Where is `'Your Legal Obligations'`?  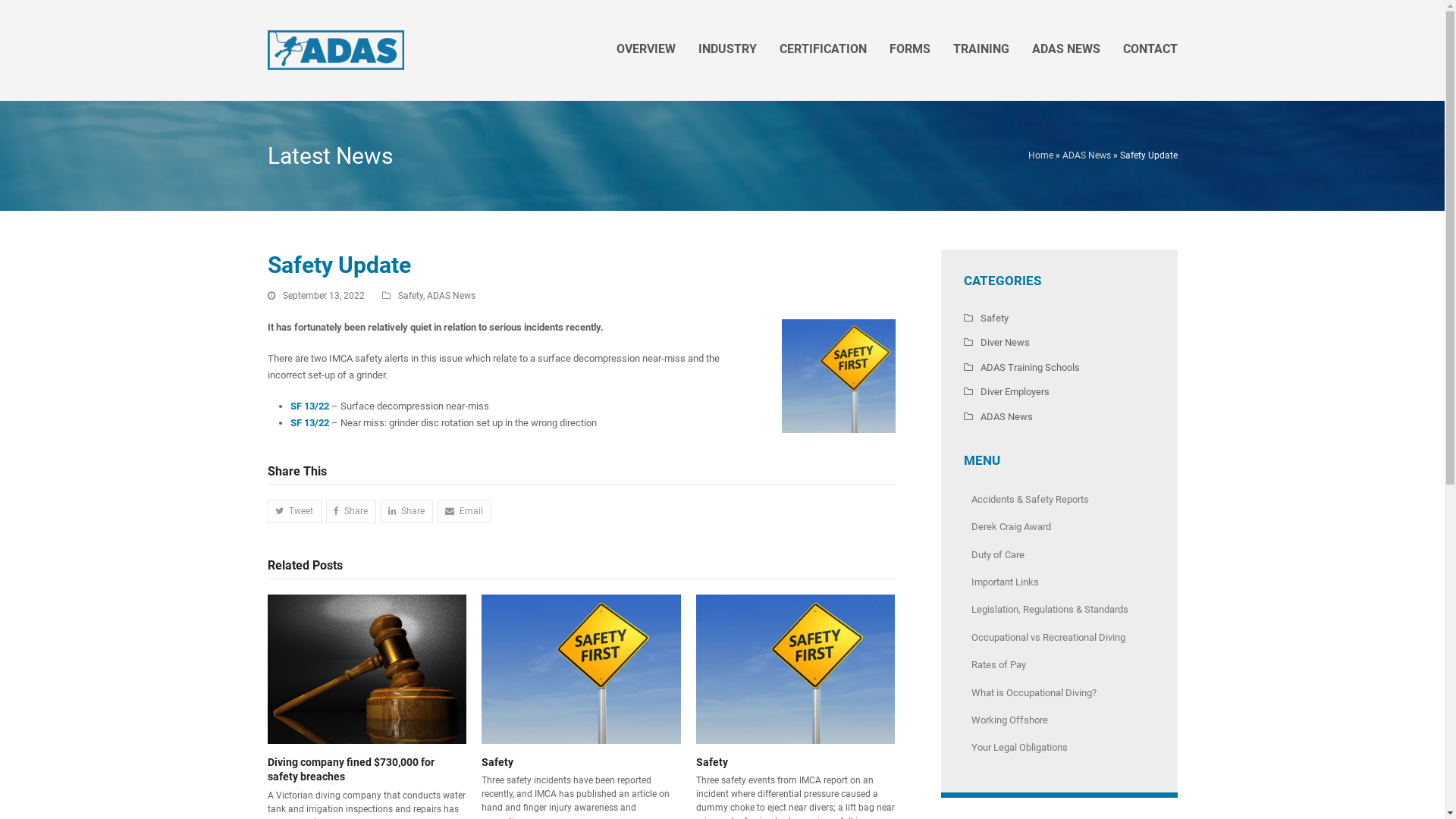
'Your Legal Obligations' is located at coordinates (1058, 747).